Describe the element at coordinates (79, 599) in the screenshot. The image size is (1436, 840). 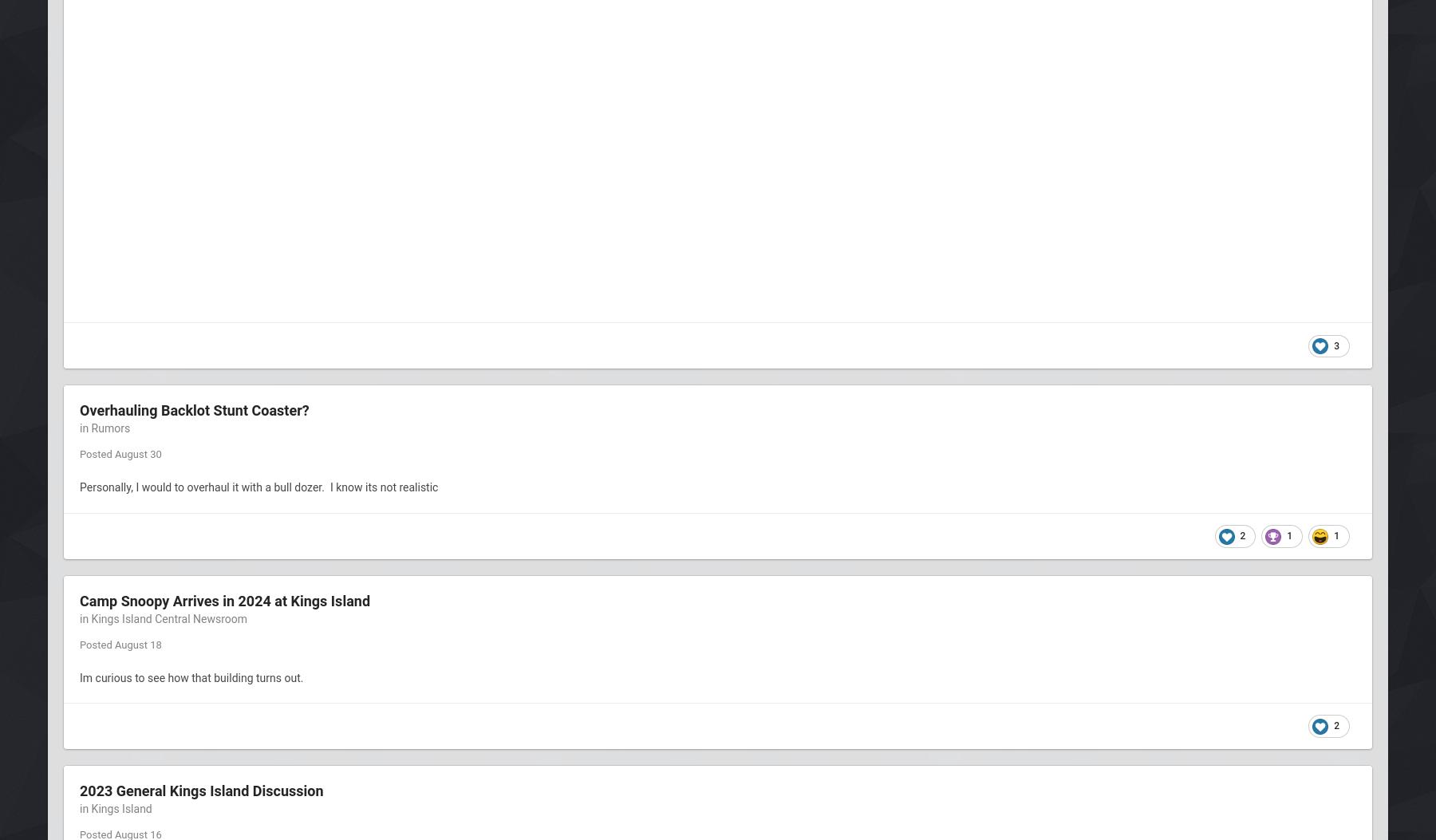
I see `'Camp Snoopy Arrives in 2024 at Kings Island'` at that location.